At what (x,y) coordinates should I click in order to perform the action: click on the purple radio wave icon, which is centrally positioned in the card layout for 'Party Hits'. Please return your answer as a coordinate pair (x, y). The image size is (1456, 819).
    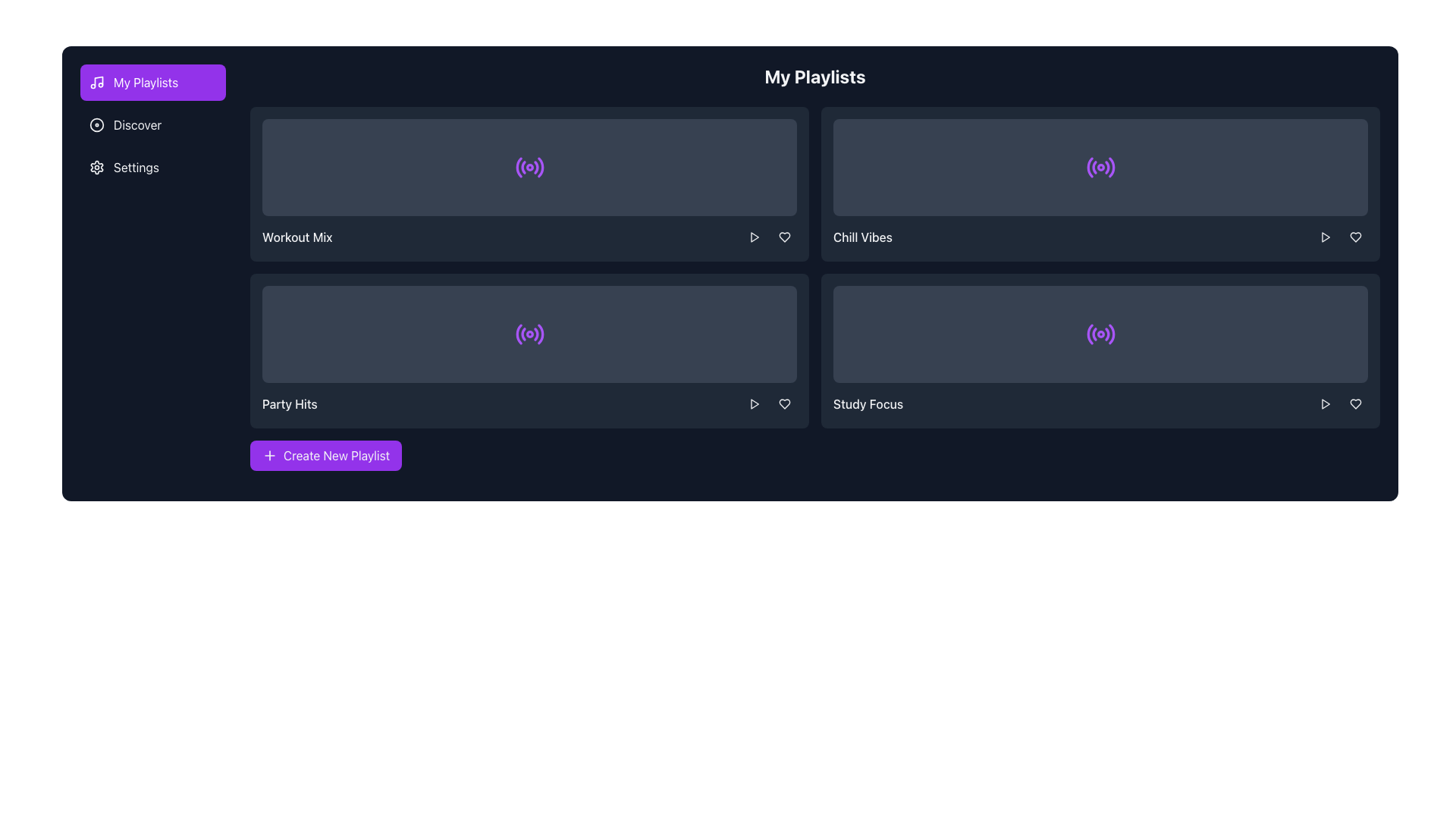
    Looking at the image, I should click on (529, 333).